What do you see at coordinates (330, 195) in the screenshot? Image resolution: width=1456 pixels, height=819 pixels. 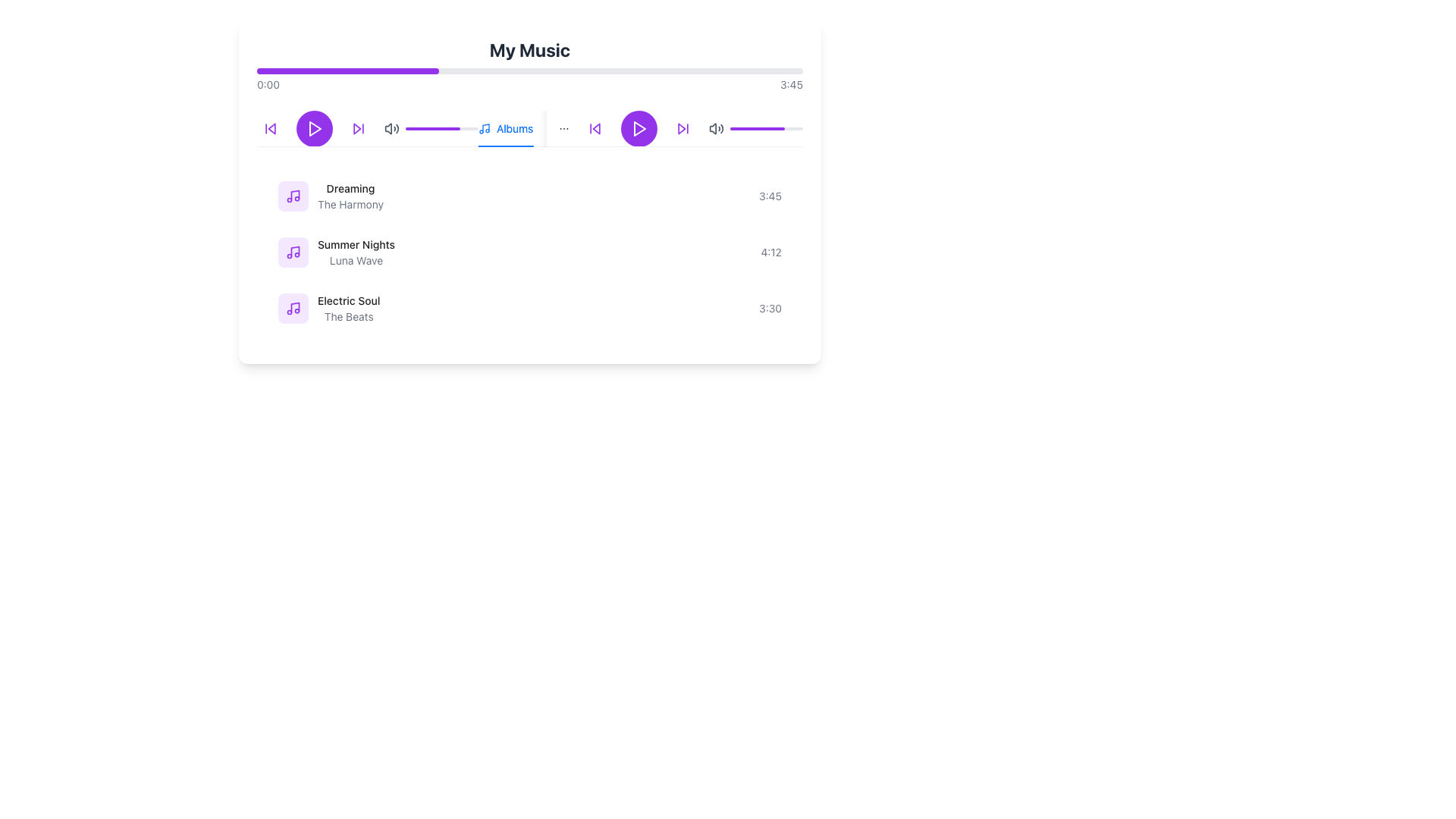 I see `the music track label displaying 'Dreaming' in bold and 'The Harmony' in lighter gray, located in the upper section of the list below the player controls` at bounding box center [330, 195].